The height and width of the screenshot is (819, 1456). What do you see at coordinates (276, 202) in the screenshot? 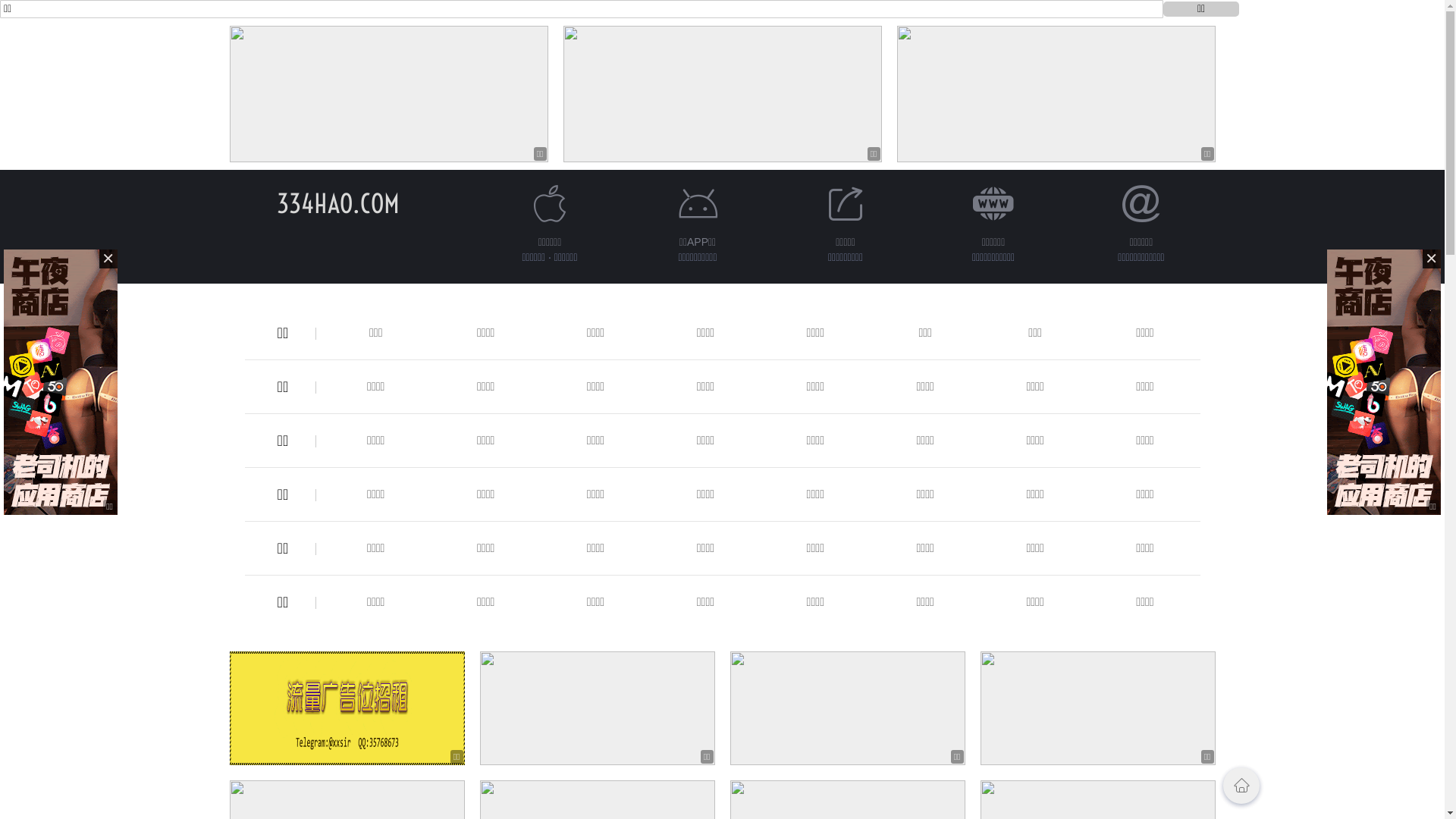
I see `'334HAO.COM'` at bounding box center [276, 202].